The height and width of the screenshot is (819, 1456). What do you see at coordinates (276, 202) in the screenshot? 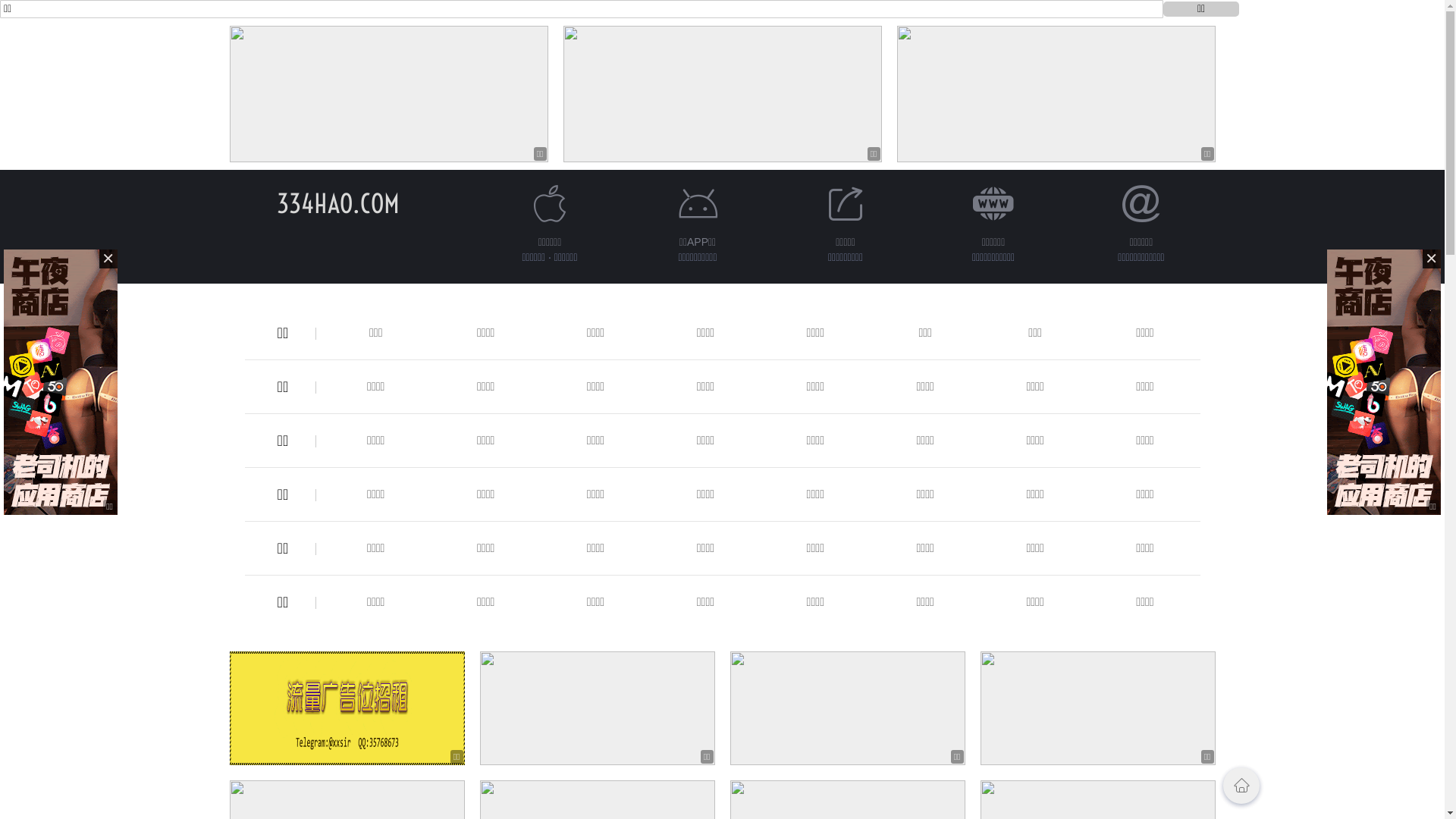
I see `'334HAO.COM'` at bounding box center [276, 202].